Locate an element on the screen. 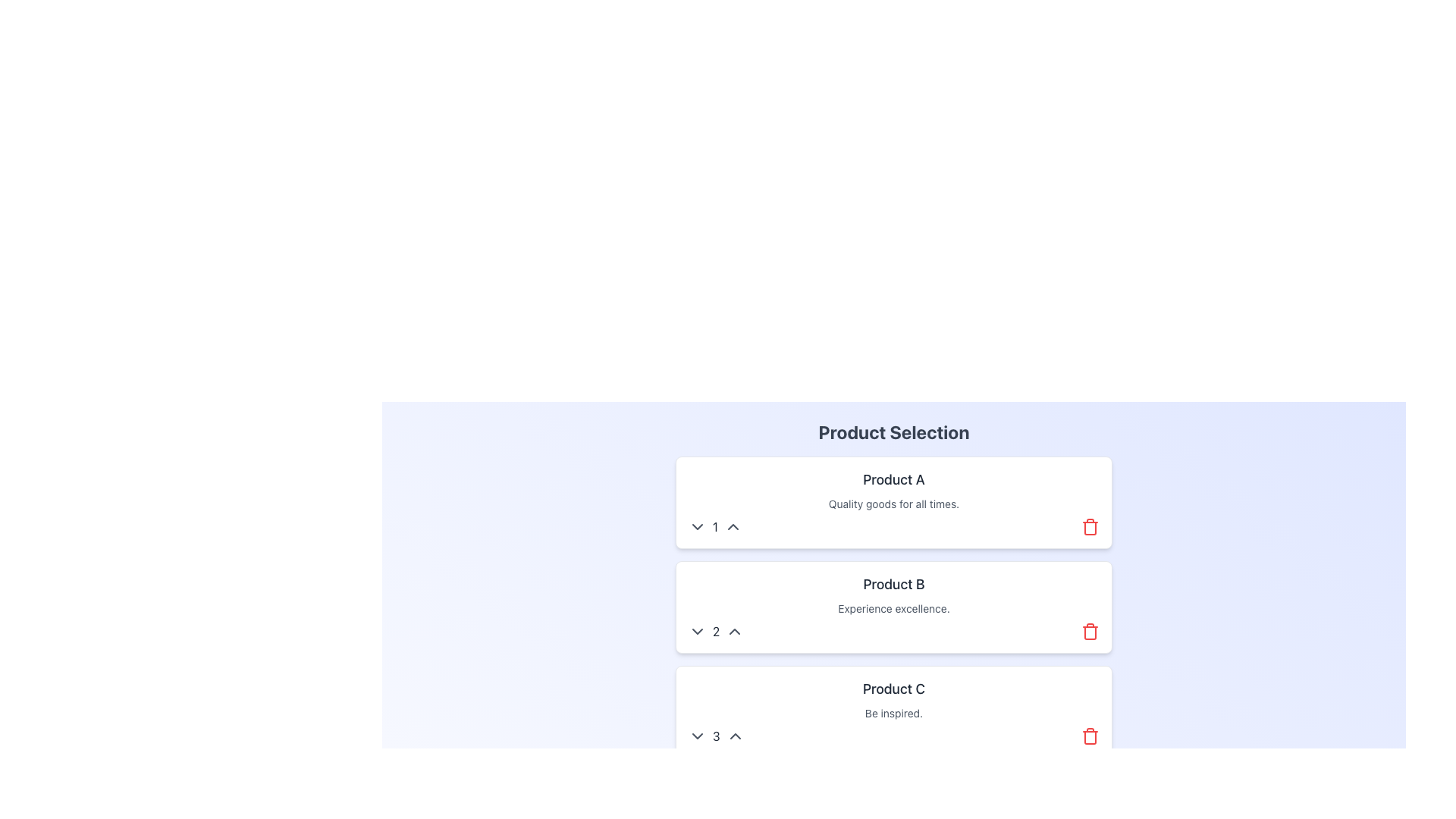 Image resolution: width=1456 pixels, height=819 pixels. the text display showing the number '2', which is styled in bold black font and located under the title 'Product B' in the product selection section is located at coordinates (715, 632).